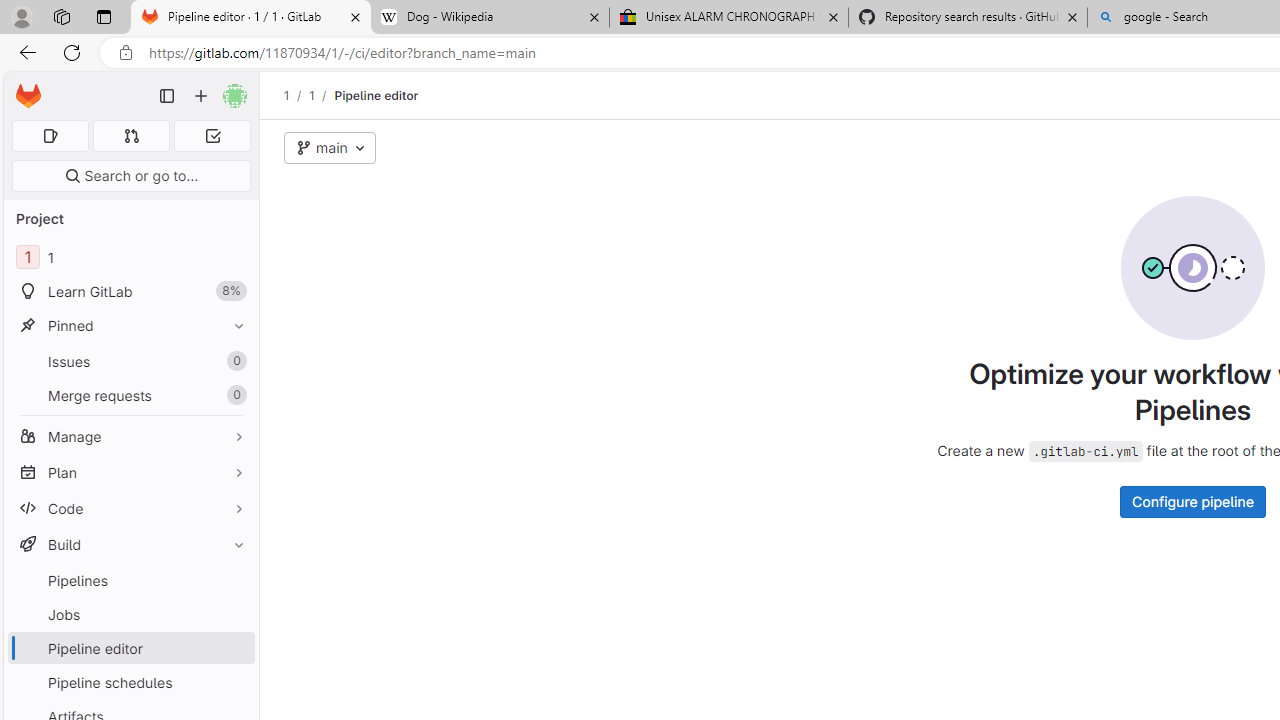 The height and width of the screenshot is (720, 1280). I want to click on 'Primary navigation sidebar', so click(167, 96).